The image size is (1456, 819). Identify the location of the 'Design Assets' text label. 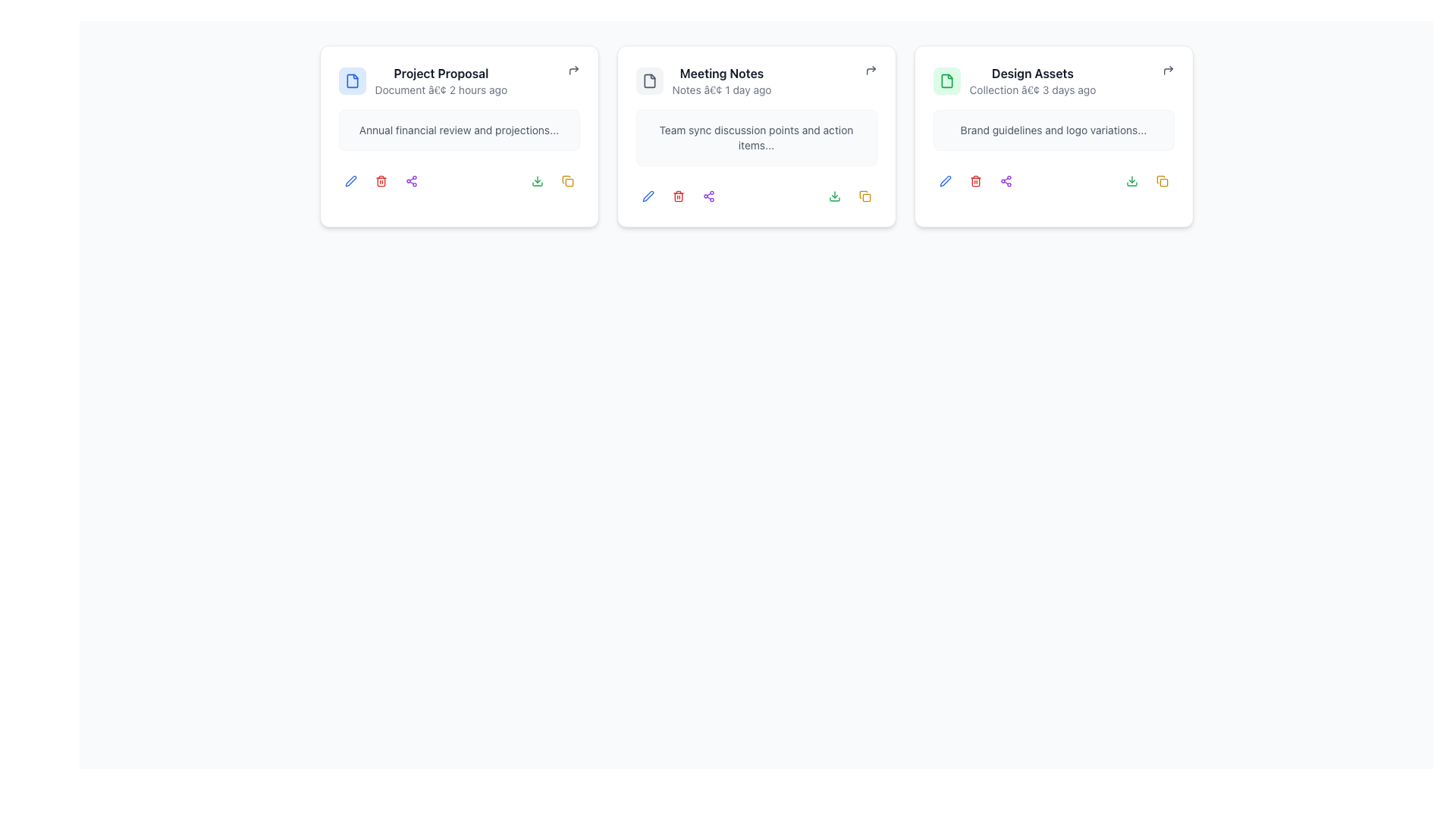
(1031, 73).